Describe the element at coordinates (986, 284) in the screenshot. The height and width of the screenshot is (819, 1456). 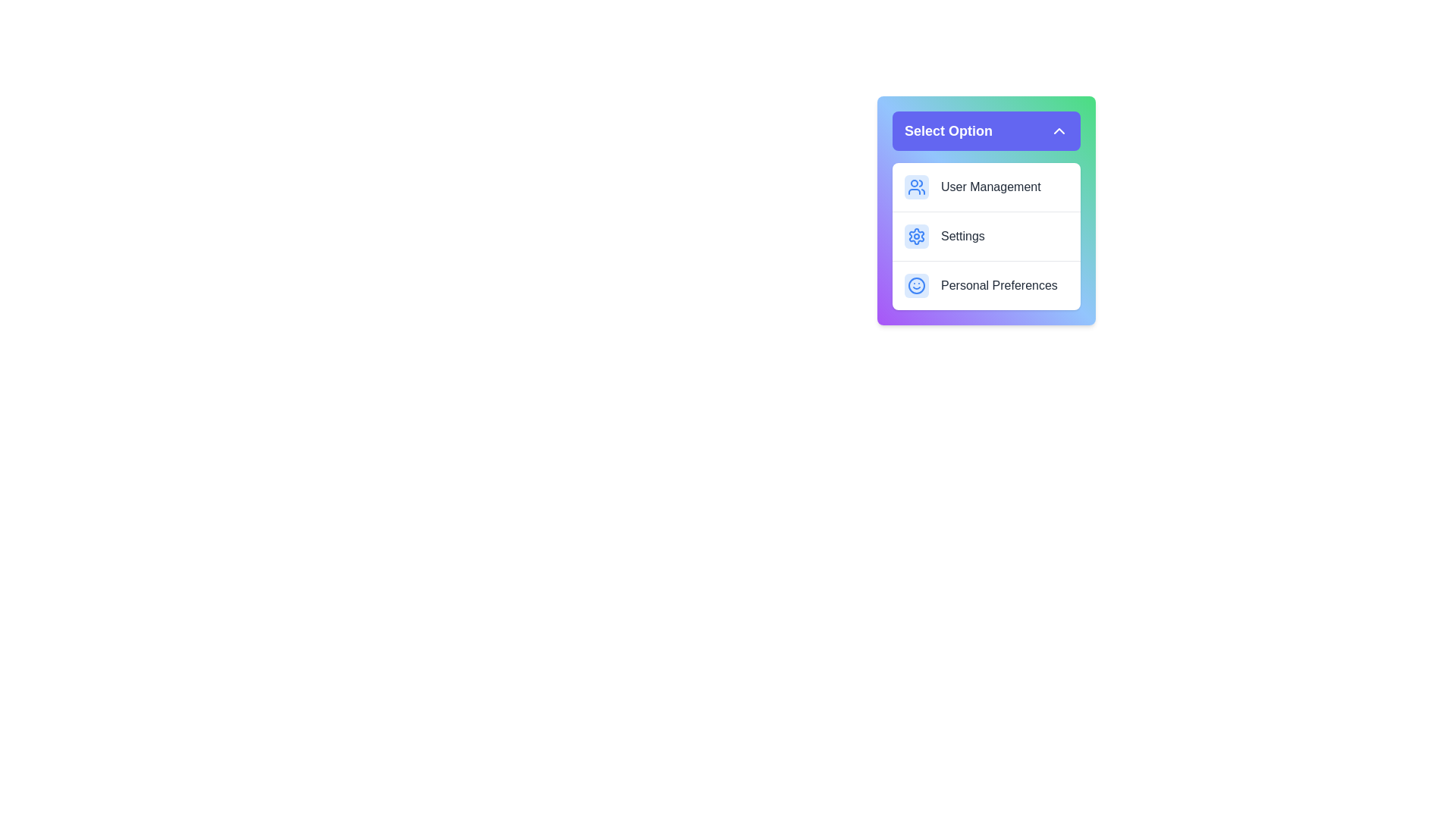
I see `the 'Personal Preferences' menu item, which is the third item in the vertical list under the 'Select Option' header, to change its background styling` at that location.